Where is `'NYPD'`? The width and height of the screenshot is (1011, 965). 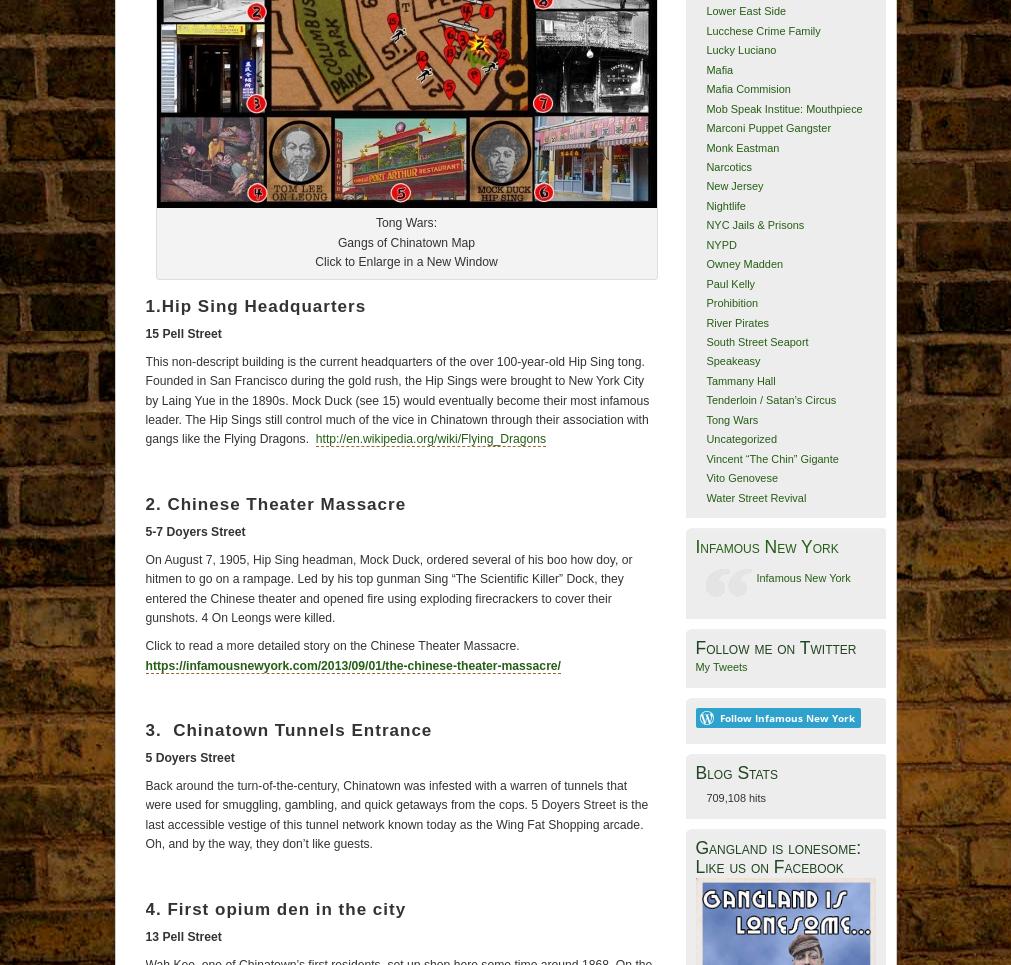
'NYPD' is located at coordinates (720, 242).